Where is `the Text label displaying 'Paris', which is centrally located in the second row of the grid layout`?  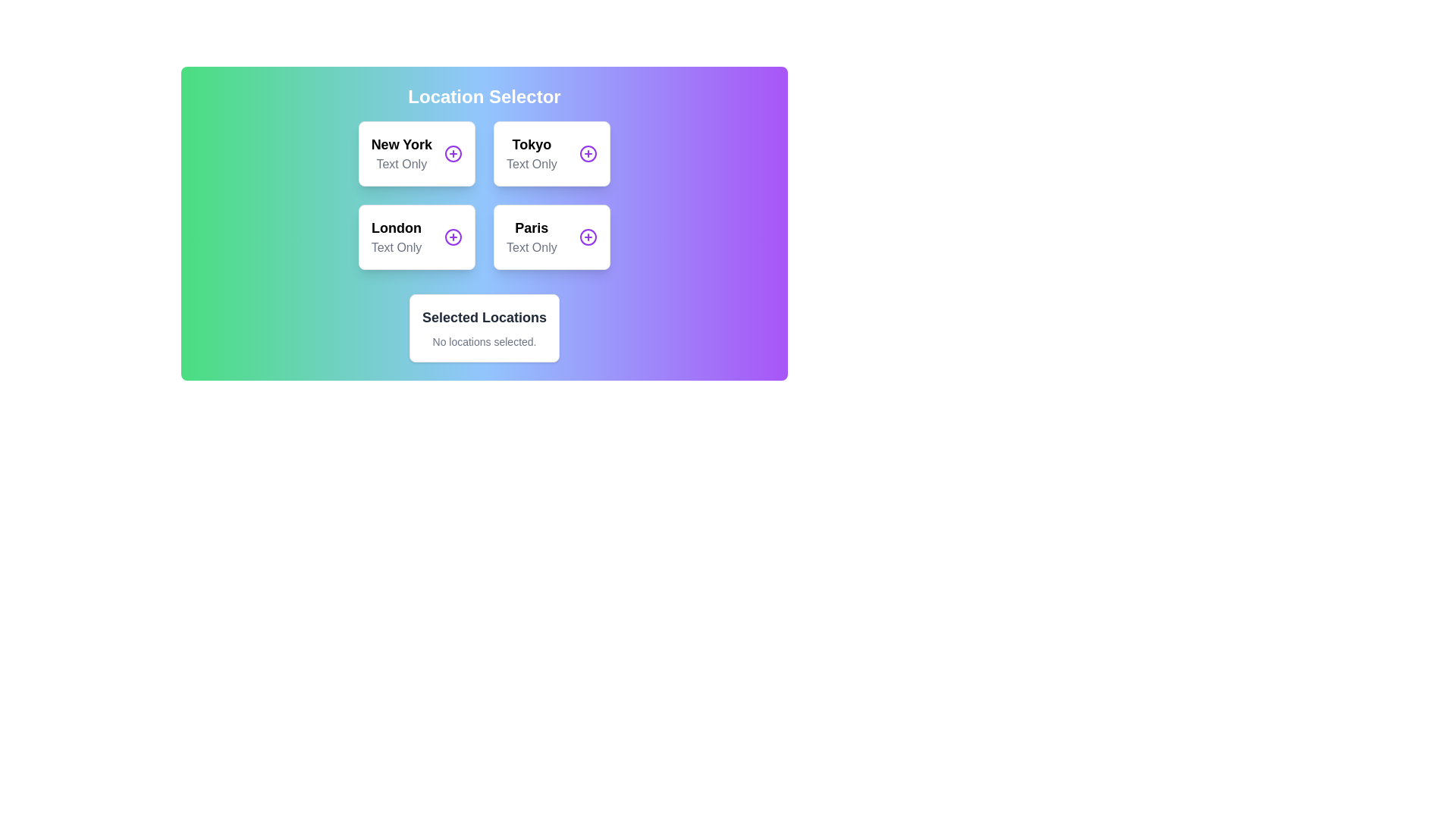 the Text label displaying 'Paris', which is centrally located in the second row of the grid layout is located at coordinates (532, 237).